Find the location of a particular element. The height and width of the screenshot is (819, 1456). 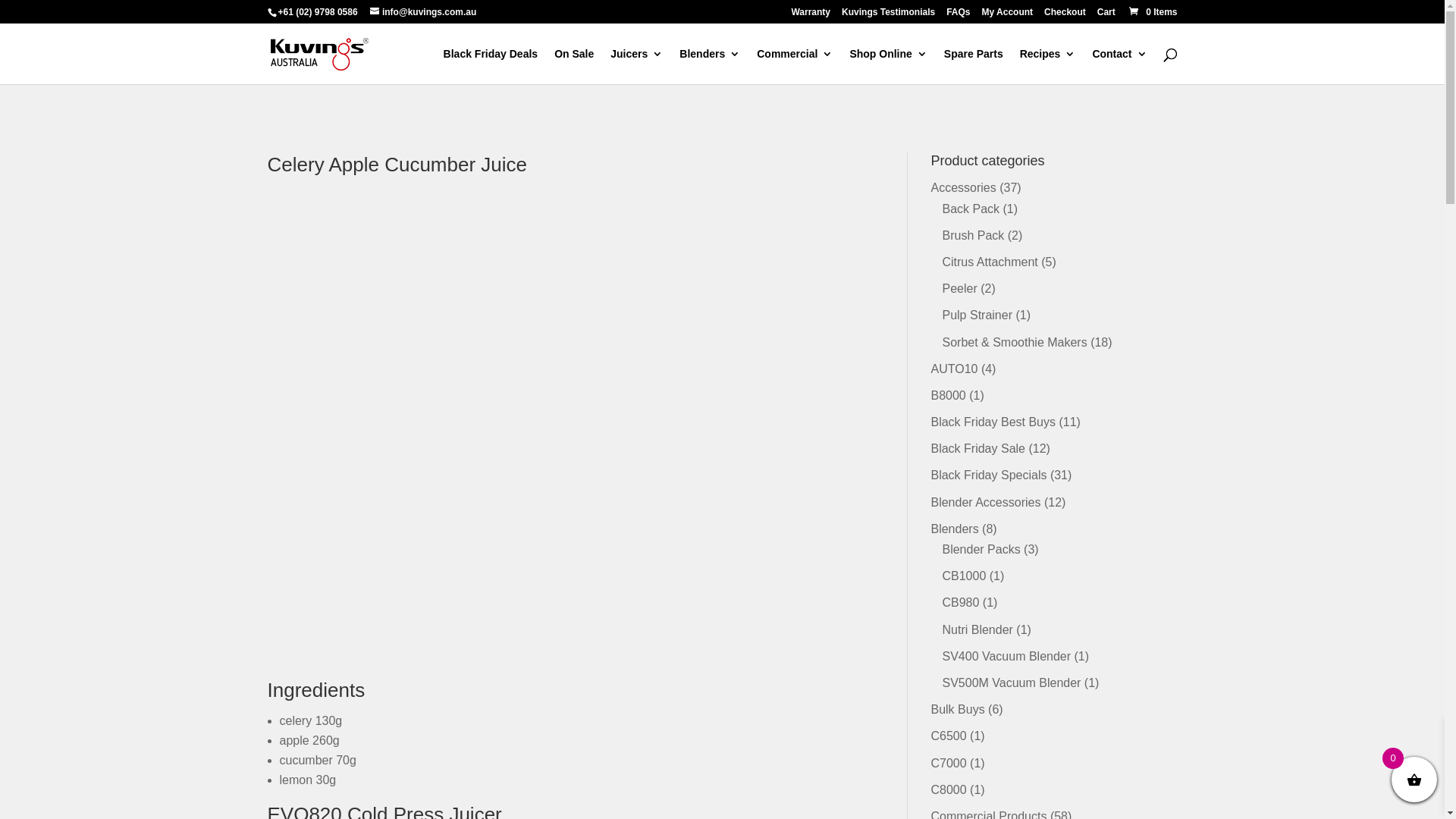

'Accessories' is located at coordinates (930, 187).